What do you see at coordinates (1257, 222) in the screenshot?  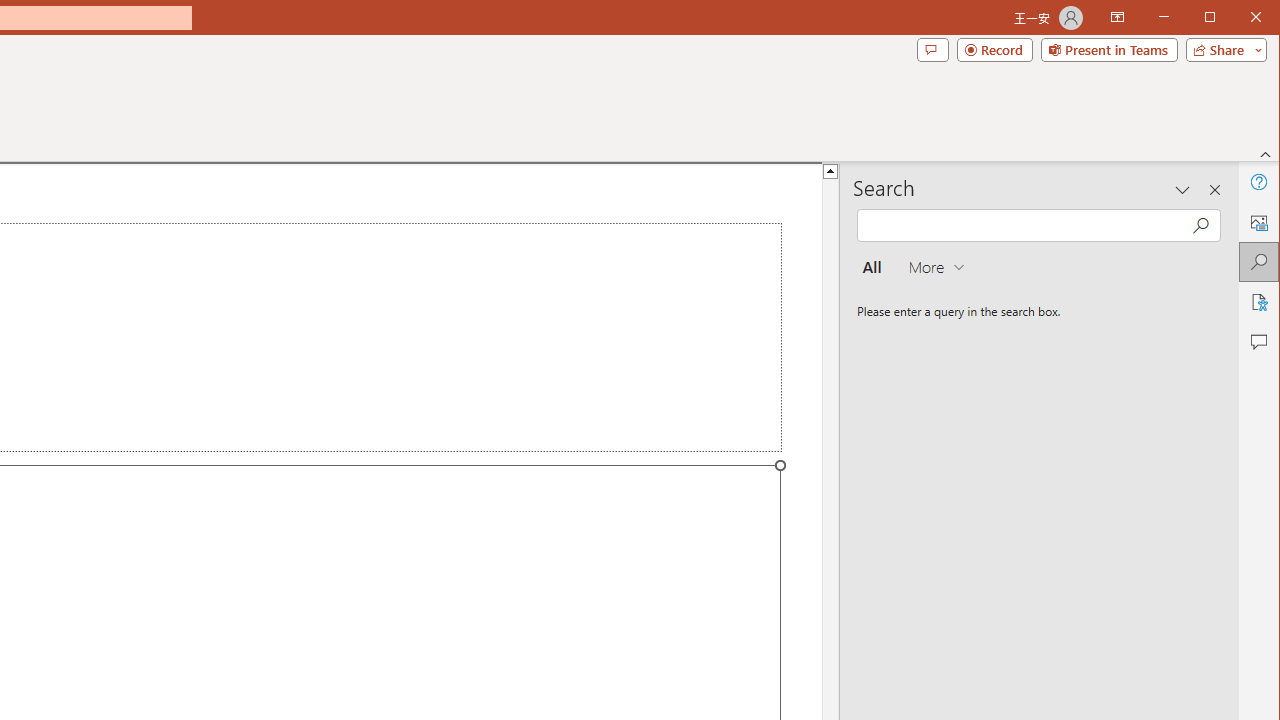 I see `'Alt Text'` at bounding box center [1257, 222].